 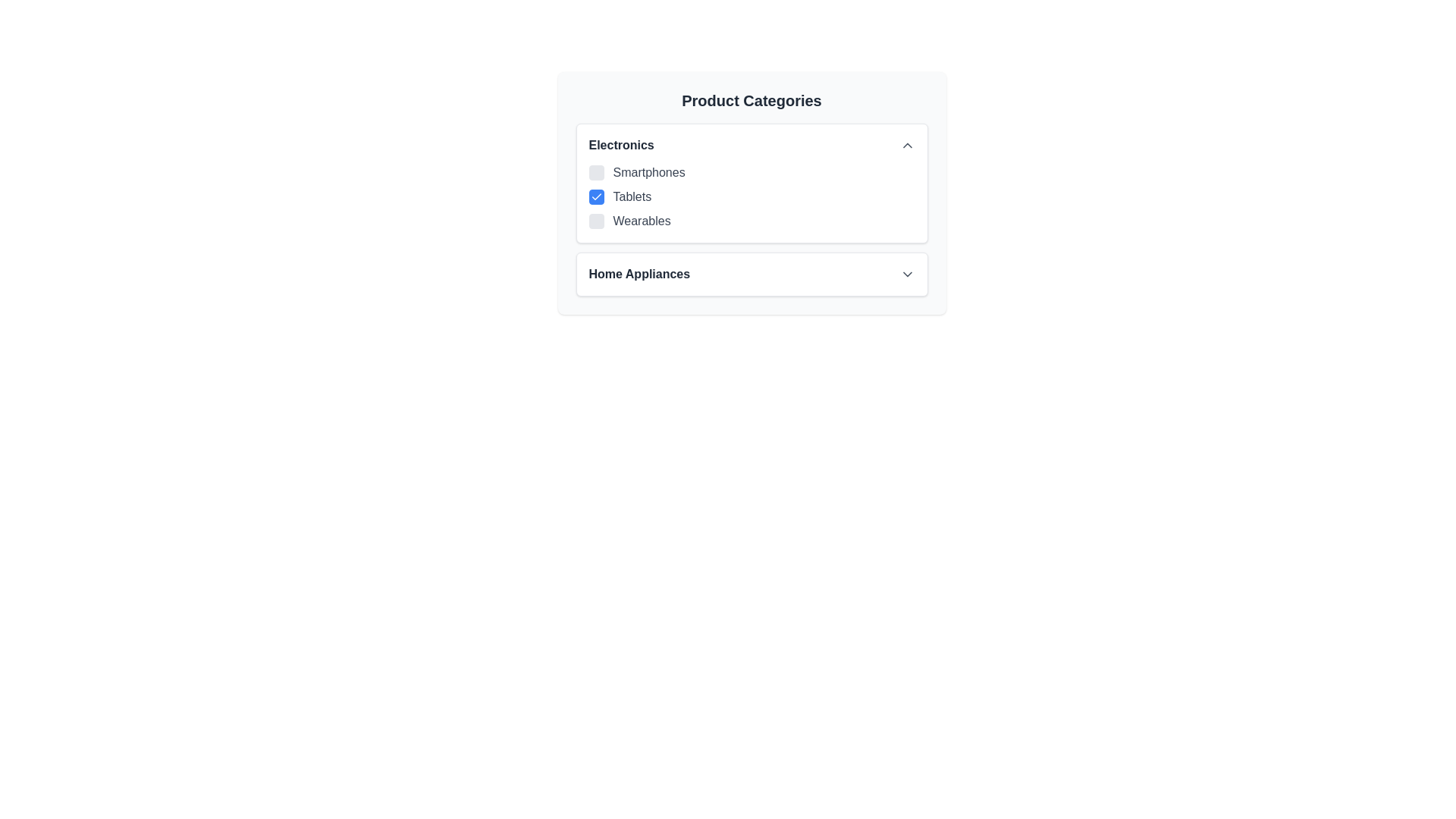 What do you see at coordinates (752, 221) in the screenshot?
I see `the checkbox for the 'Wearables' category option located under the 'Electronics' section, which is the third option in the vertical list` at bounding box center [752, 221].